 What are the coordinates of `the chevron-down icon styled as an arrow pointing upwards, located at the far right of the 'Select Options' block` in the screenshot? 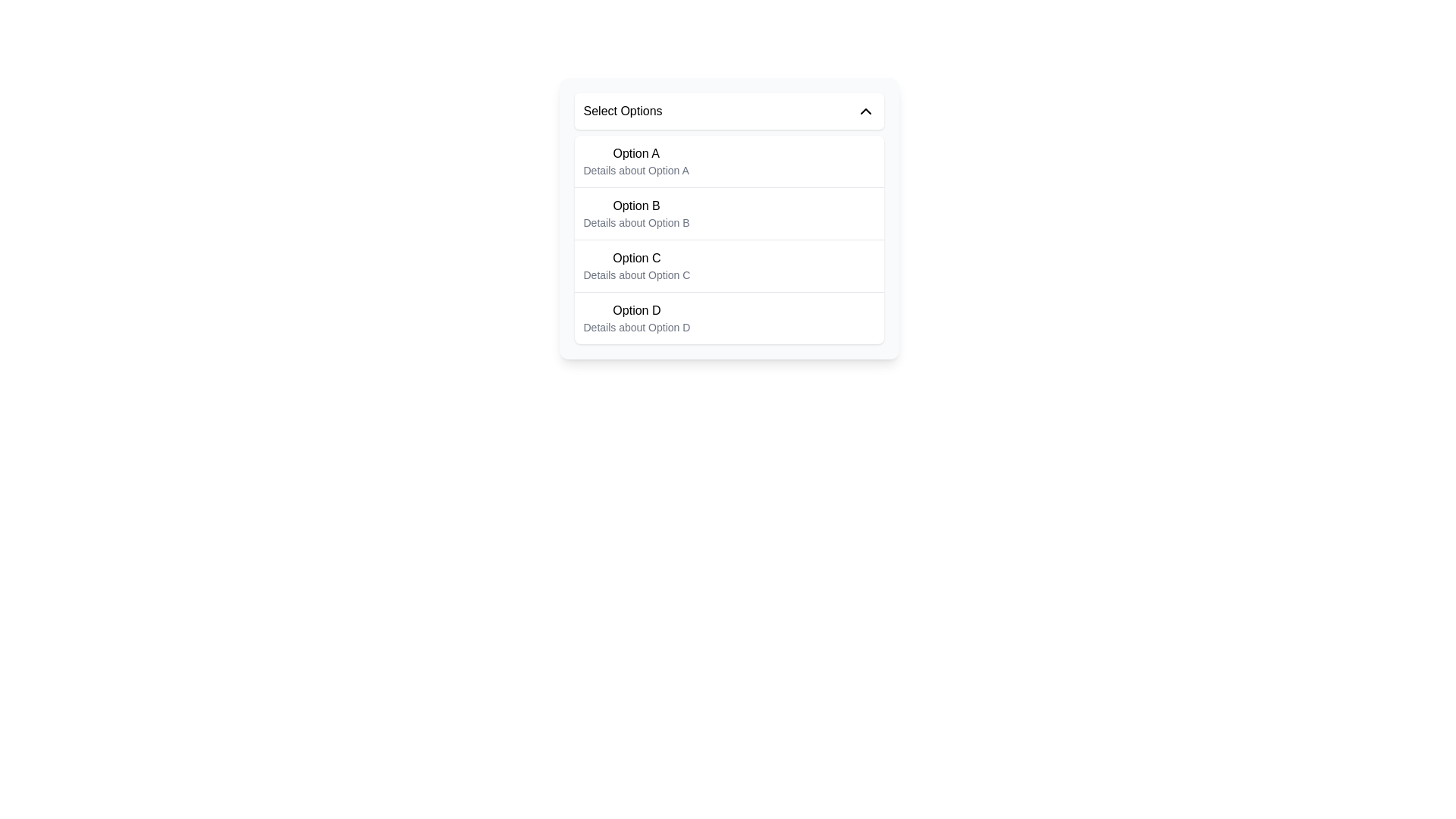 It's located at (865, 110).